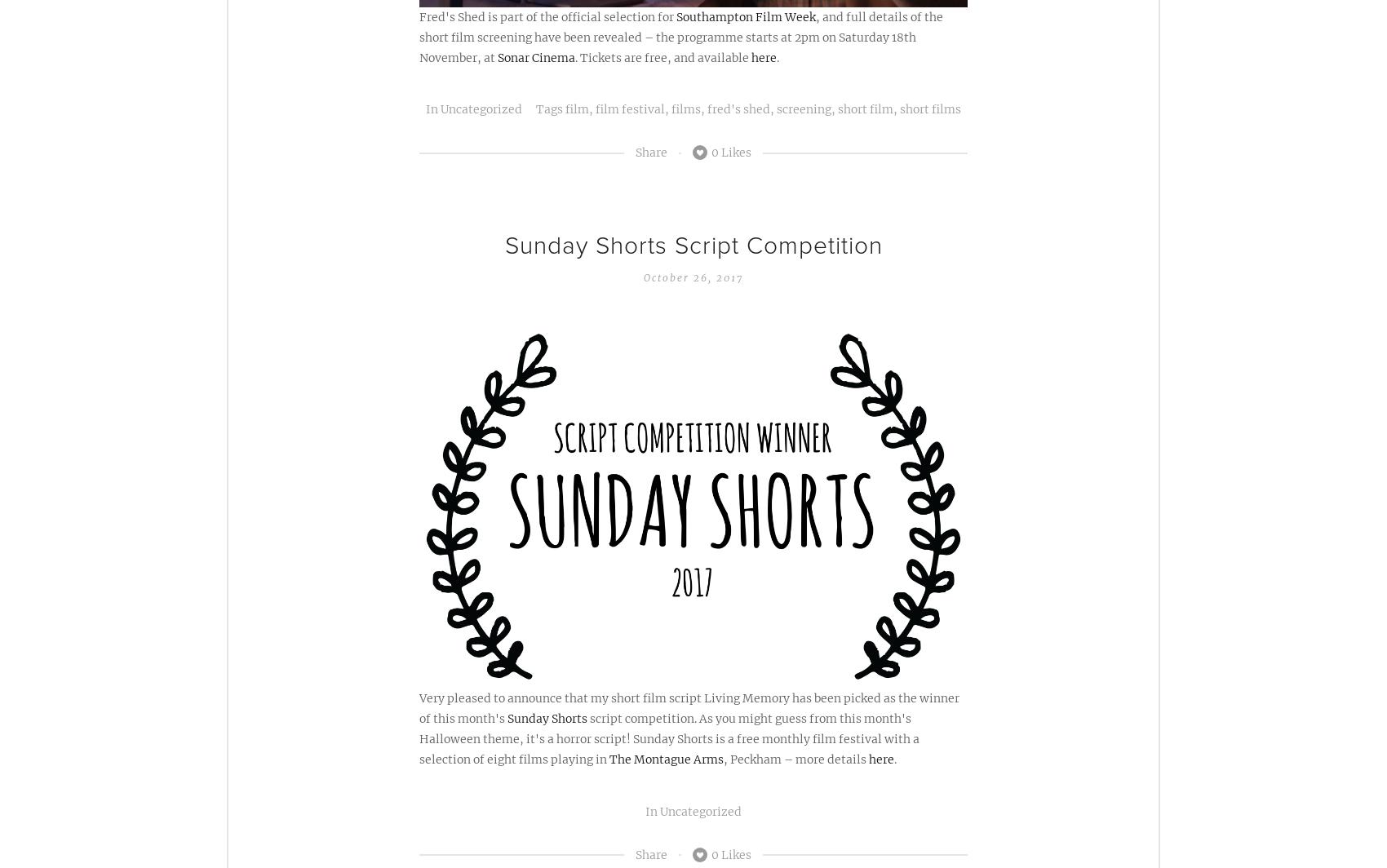  I want to click on 'Sunday Shorts', so click(507, 718).